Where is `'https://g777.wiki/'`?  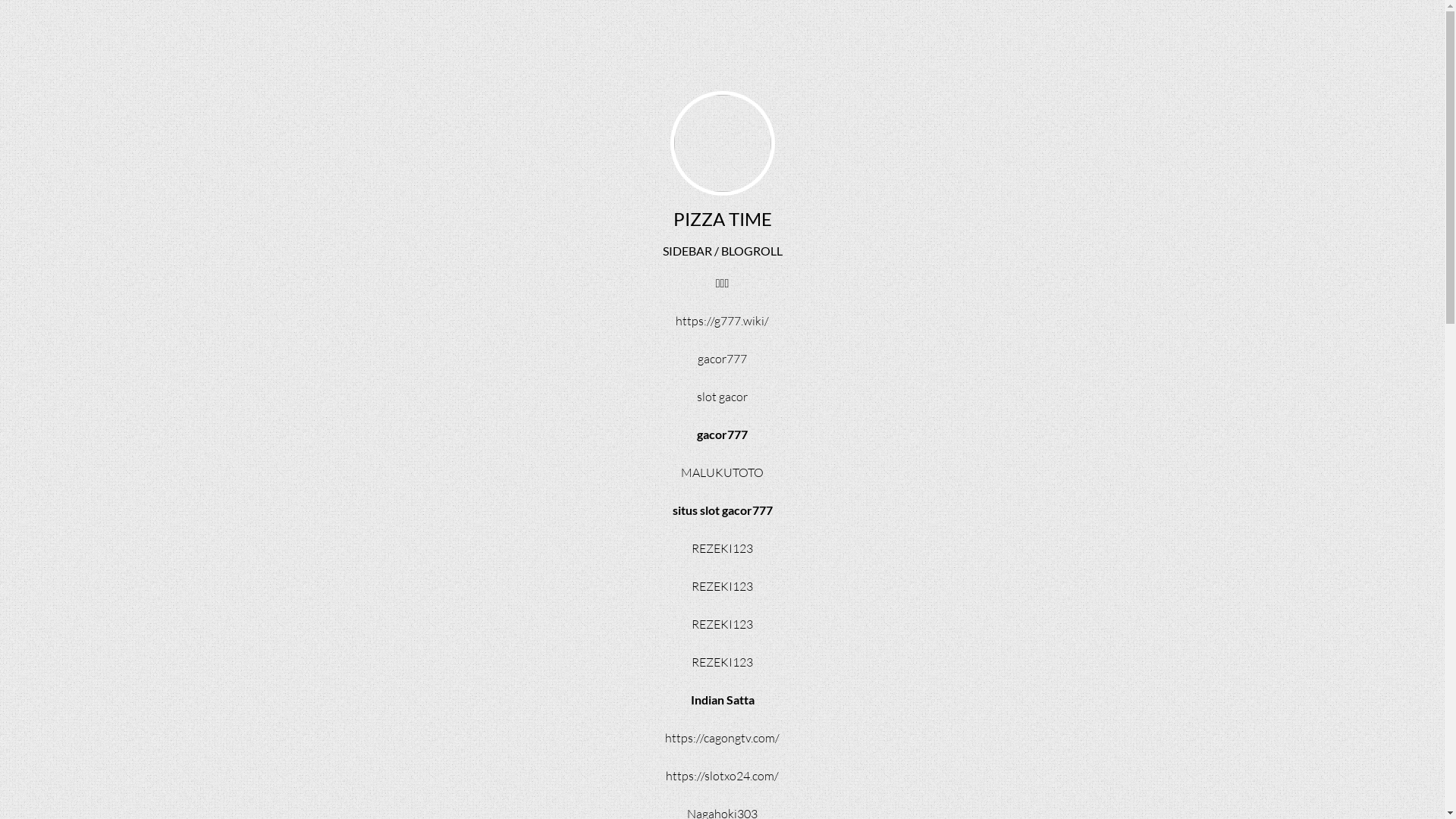 'https://g777.wiki/' is located at coordinates (721, 320).